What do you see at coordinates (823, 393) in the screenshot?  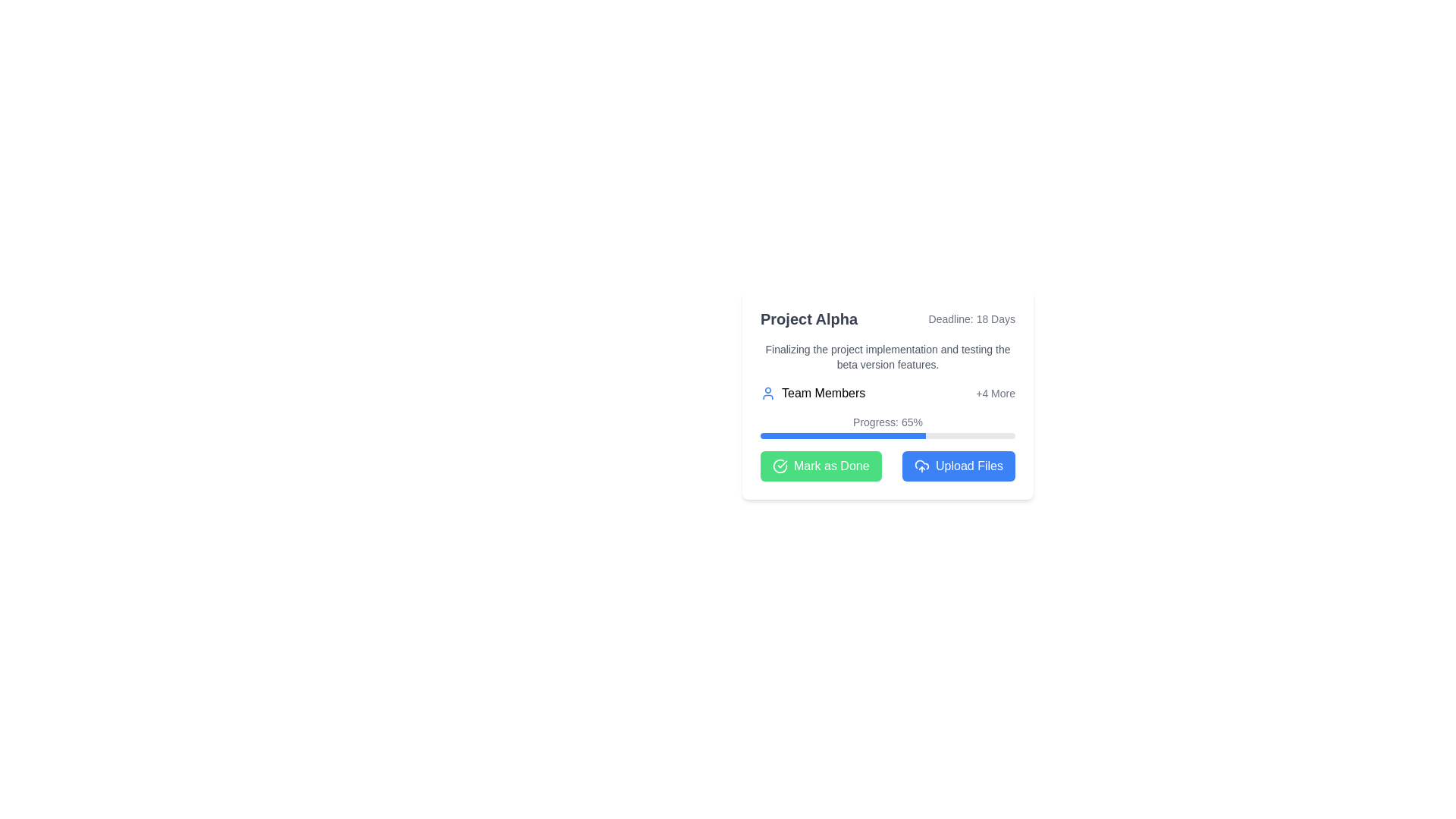 I see `the text element indicating team members associated with 'Project Alpha', located beneath the title and next to the user profile icon` at bounding box center [823, 393].